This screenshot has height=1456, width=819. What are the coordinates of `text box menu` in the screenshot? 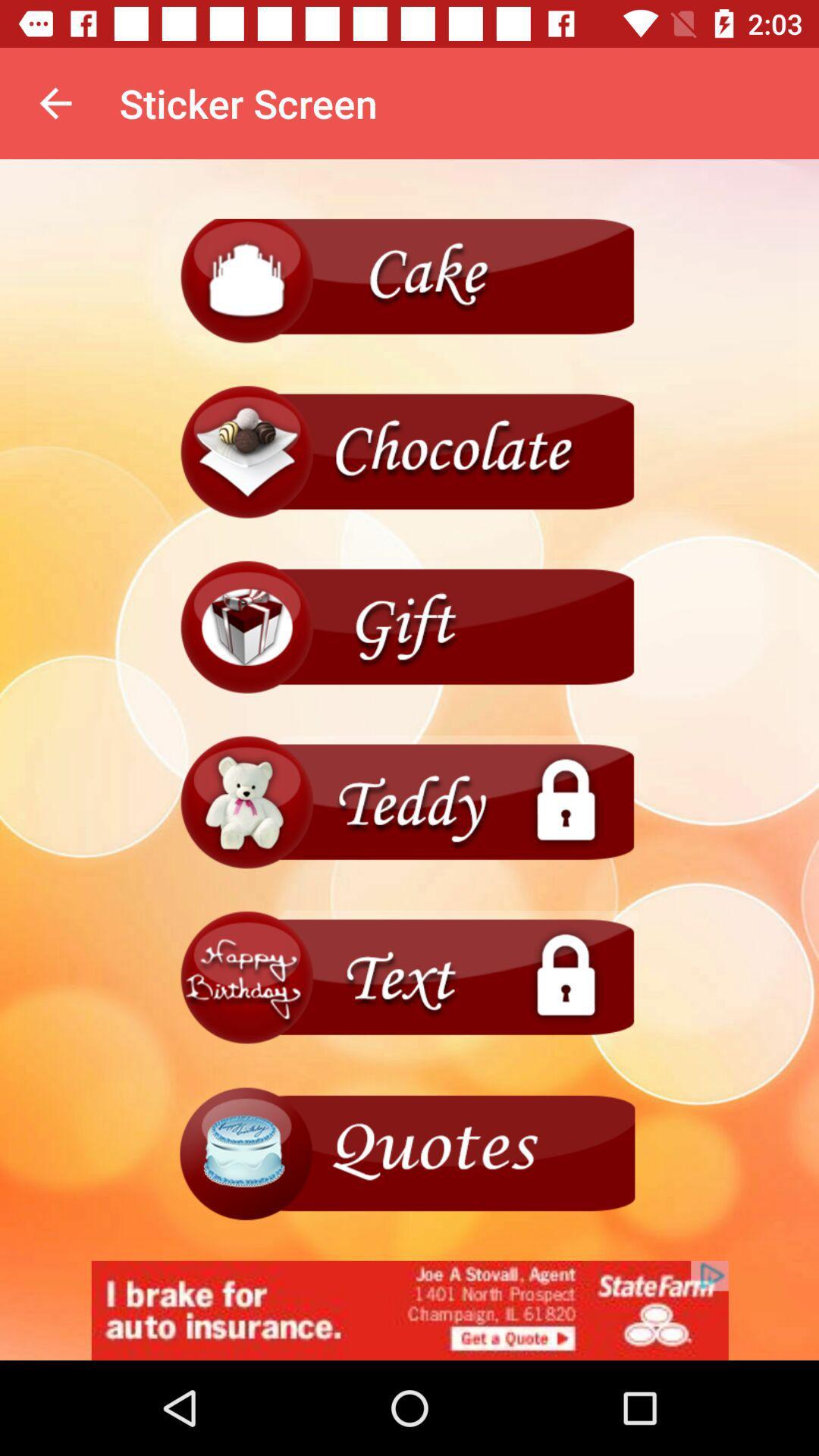 It's located at (409, 978).